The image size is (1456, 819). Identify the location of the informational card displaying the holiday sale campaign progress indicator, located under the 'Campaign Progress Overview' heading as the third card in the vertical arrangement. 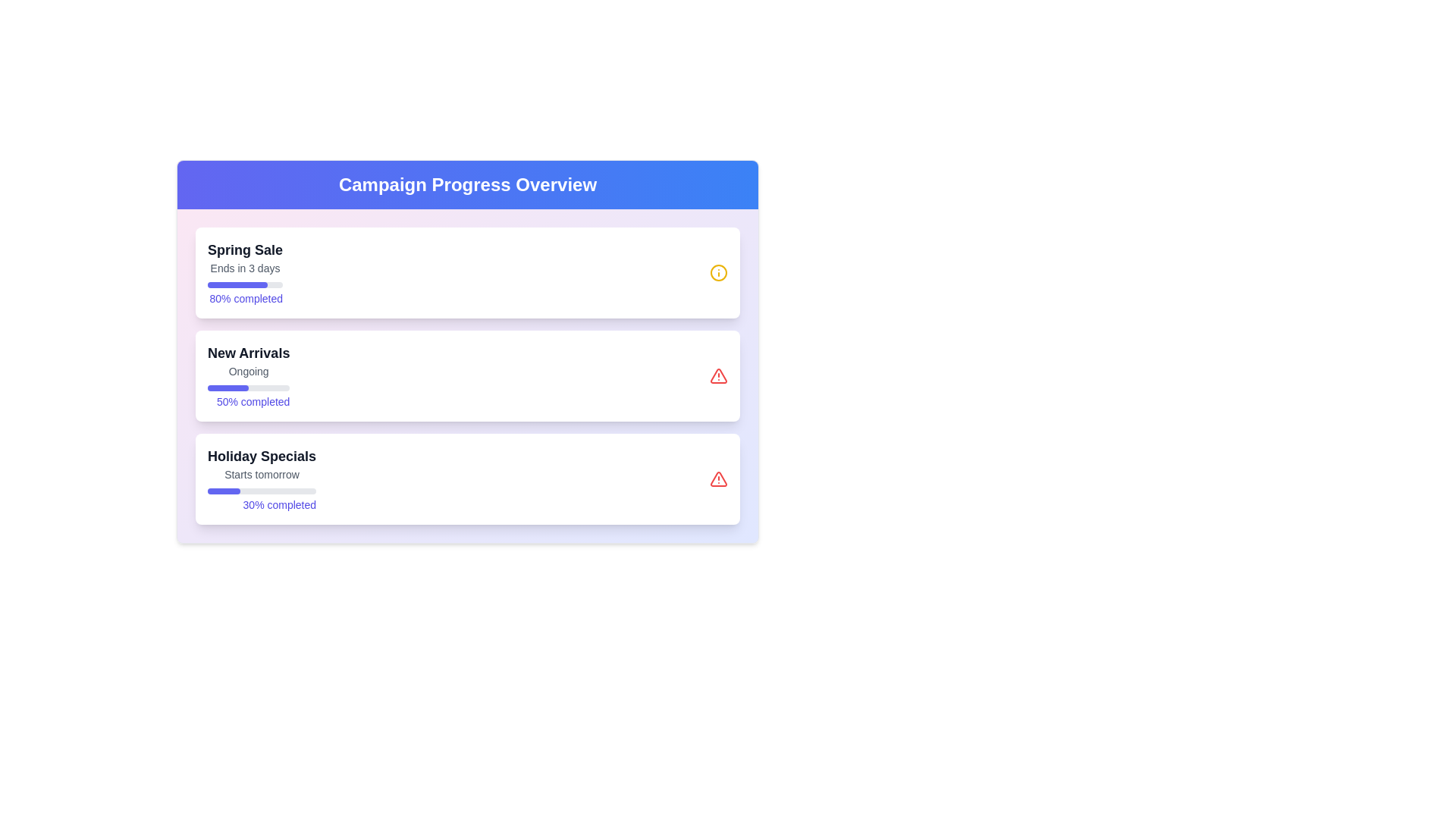
(262, 479).